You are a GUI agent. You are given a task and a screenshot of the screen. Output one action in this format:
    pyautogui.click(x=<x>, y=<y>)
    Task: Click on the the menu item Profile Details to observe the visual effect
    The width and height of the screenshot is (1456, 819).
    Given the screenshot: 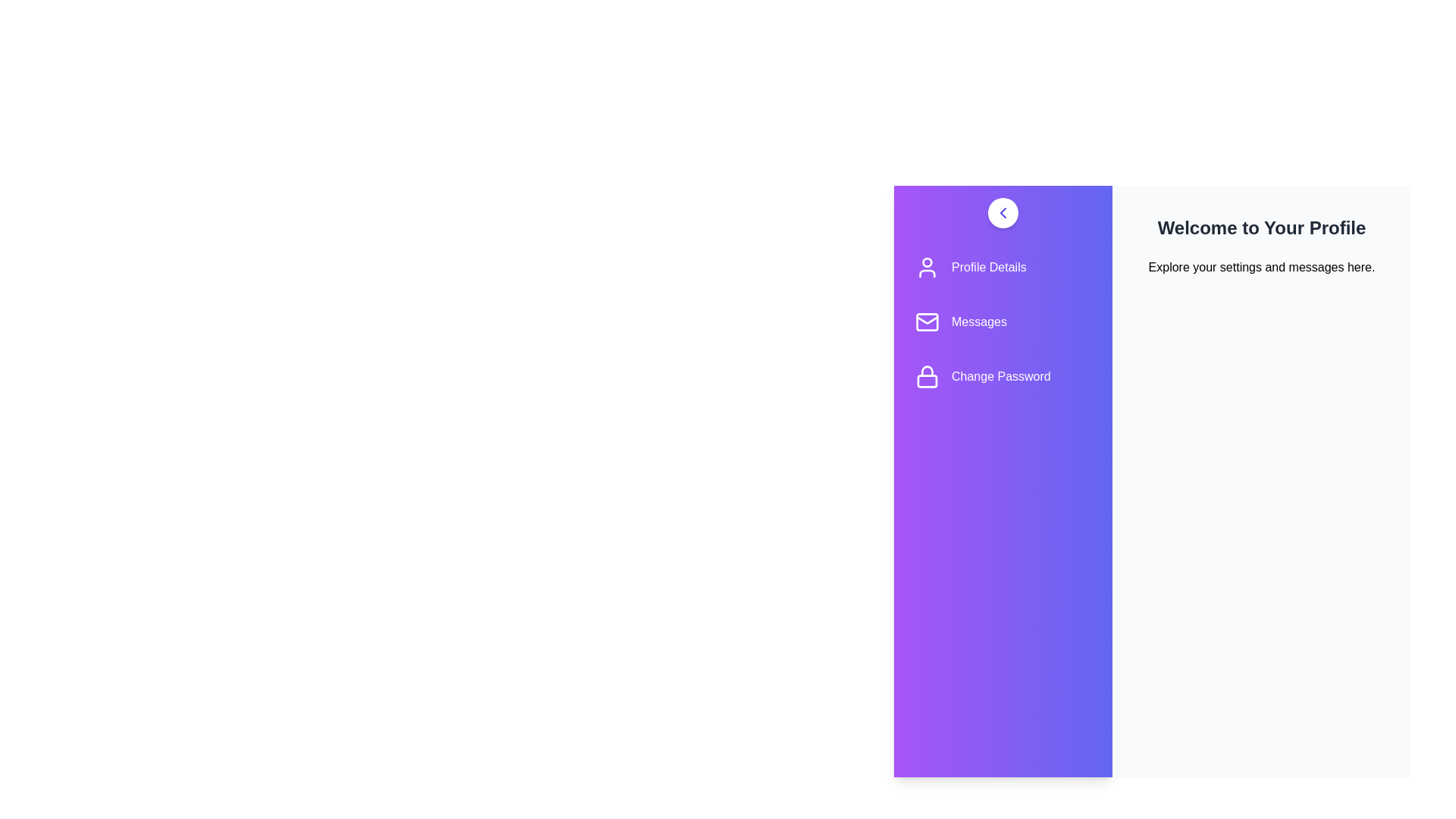 What is the action you would take?
    pyautogui.click(x=1003, y=267)
    